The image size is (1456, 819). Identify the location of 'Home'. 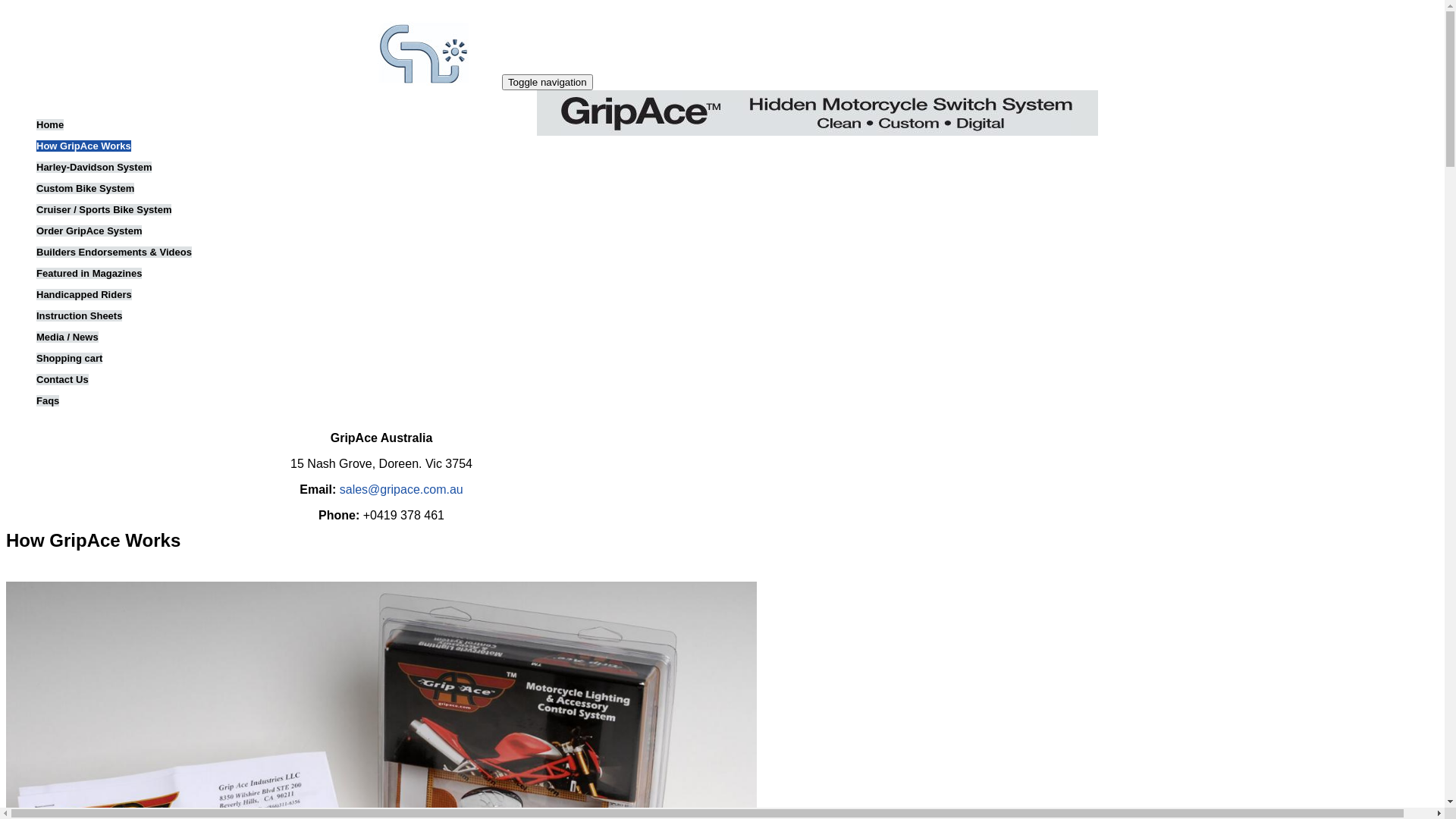
(50, 124).